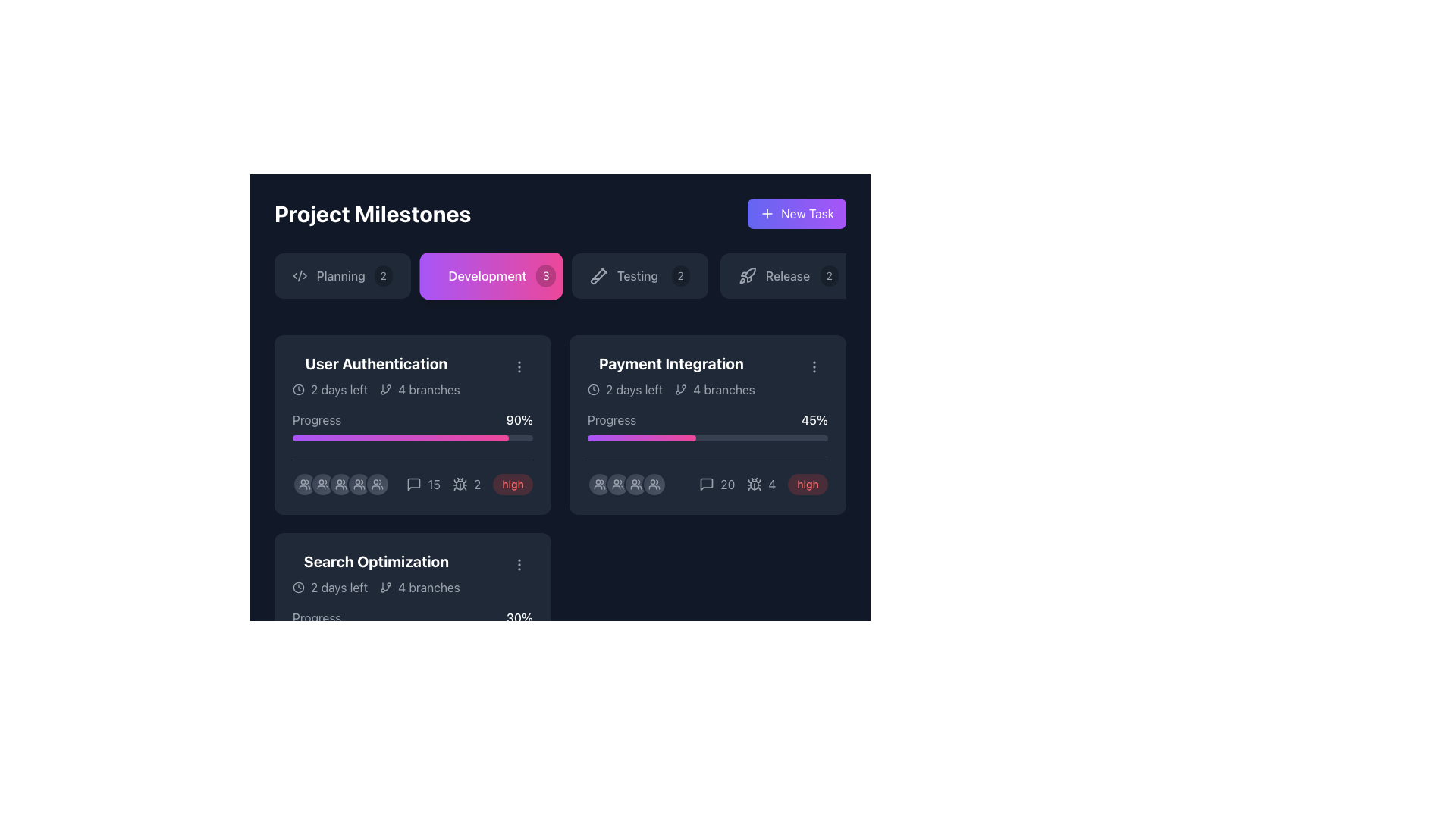  Describe the element at coordinates (413, 438) in the screenshot. I see `the horizontal progress bar with a gradient fill located below the 'Progress' text and '90%' percentage description` at that location.